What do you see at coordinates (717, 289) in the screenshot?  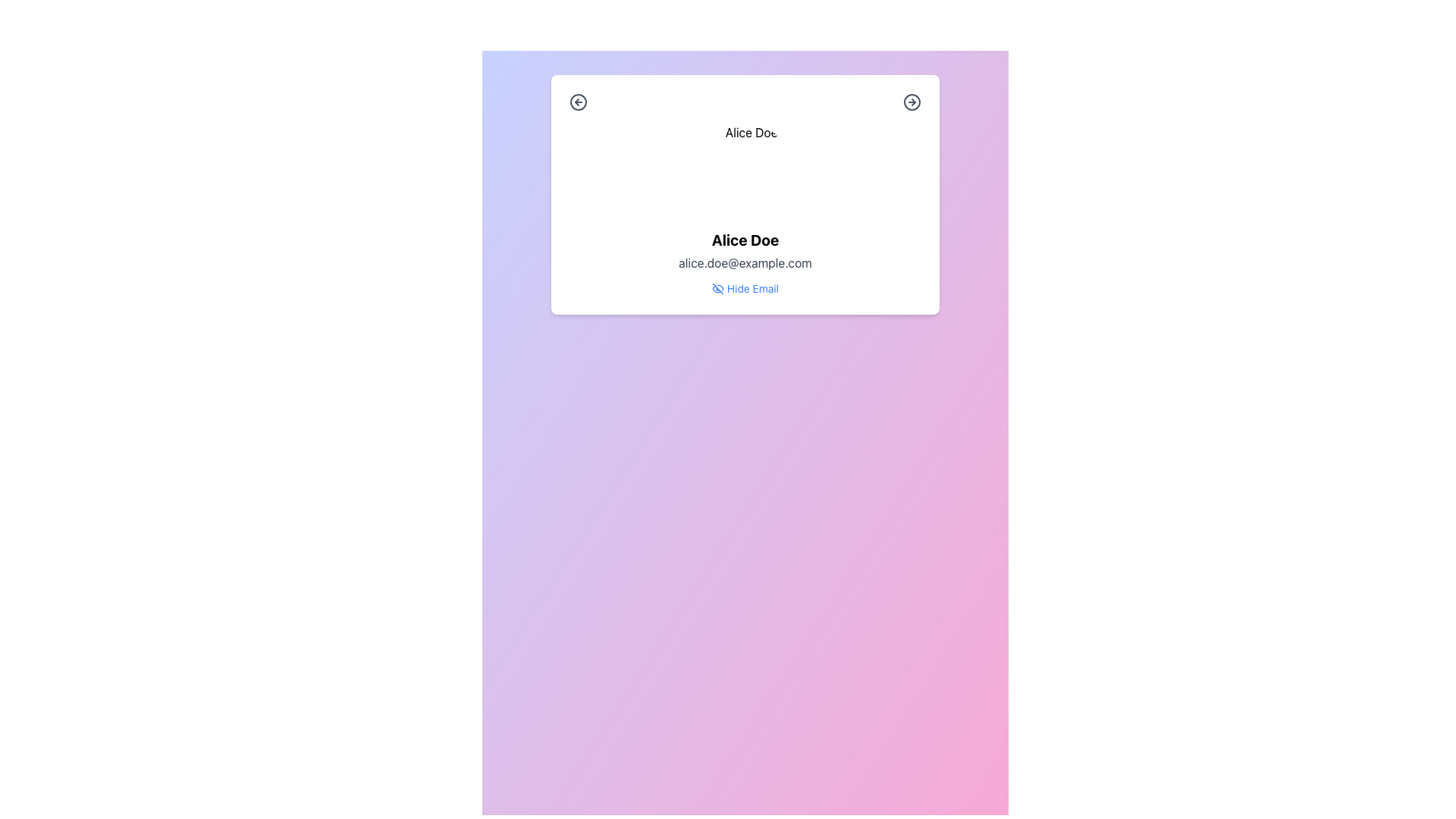 I see `the 'Hide Email' SVG icon located to the left of the text, which activates the functionality to hide the displayed email` at bounding box center [717, 289].